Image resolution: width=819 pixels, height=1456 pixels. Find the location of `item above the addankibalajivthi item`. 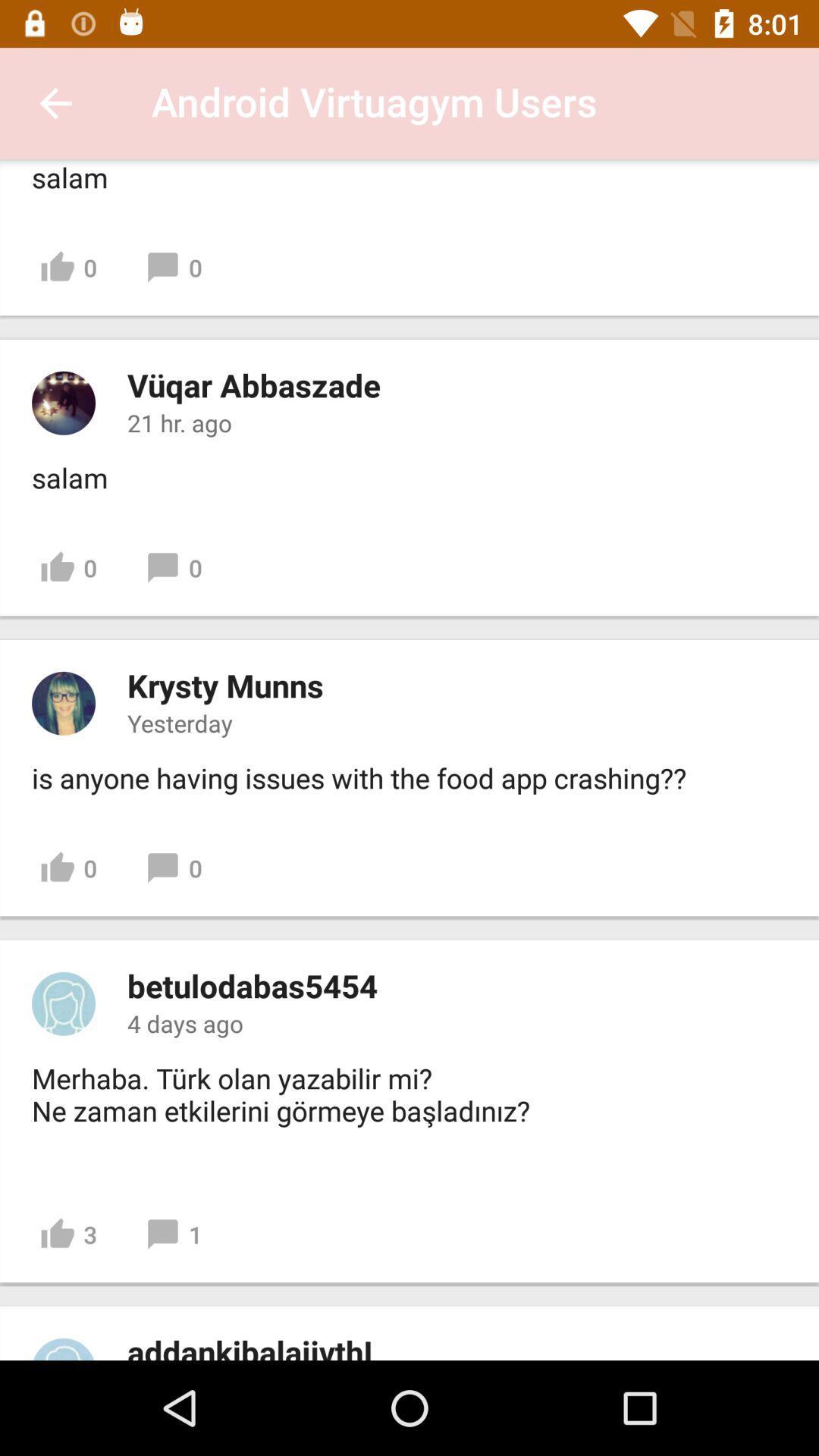

item above the addankibalajivthi item is located at coordinates (68, 1235).